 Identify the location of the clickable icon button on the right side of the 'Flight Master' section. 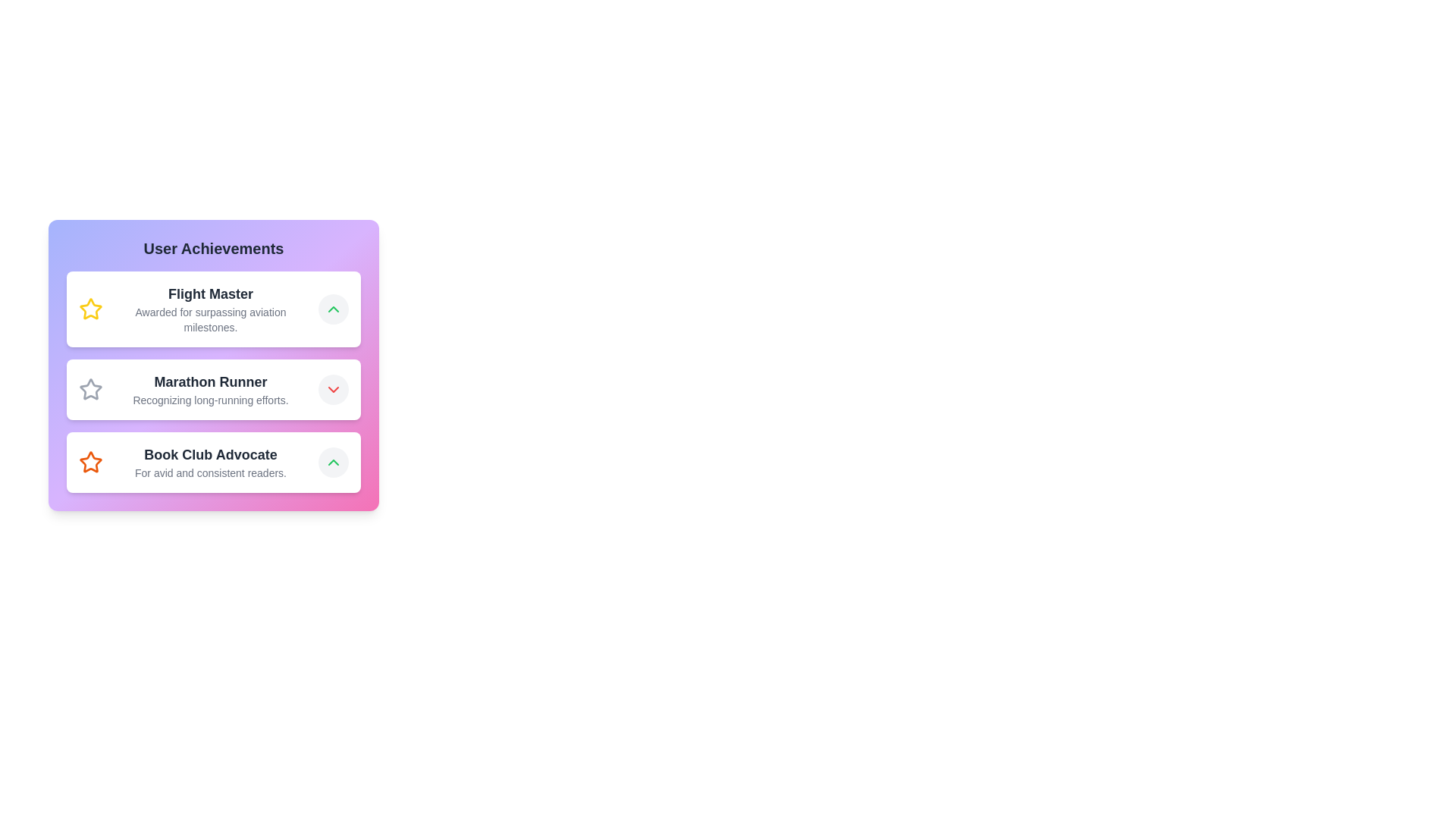
(333, 309).